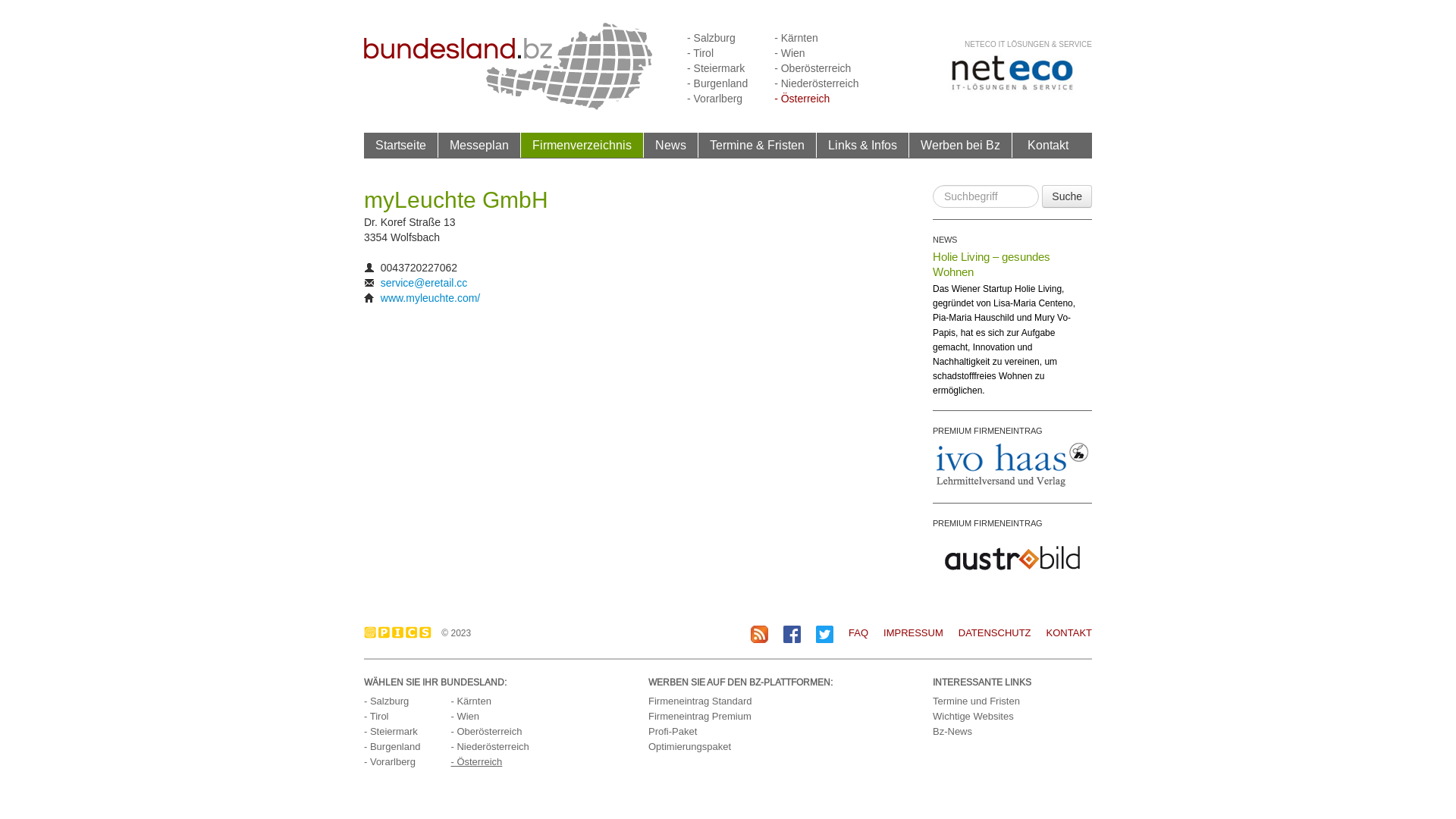 This screenshot has height=819, width=1456. What do you see at coordinates (783, 632) in the screenshot?
I see `'BZ auf Facebook'` at bounding box center [783, 632].